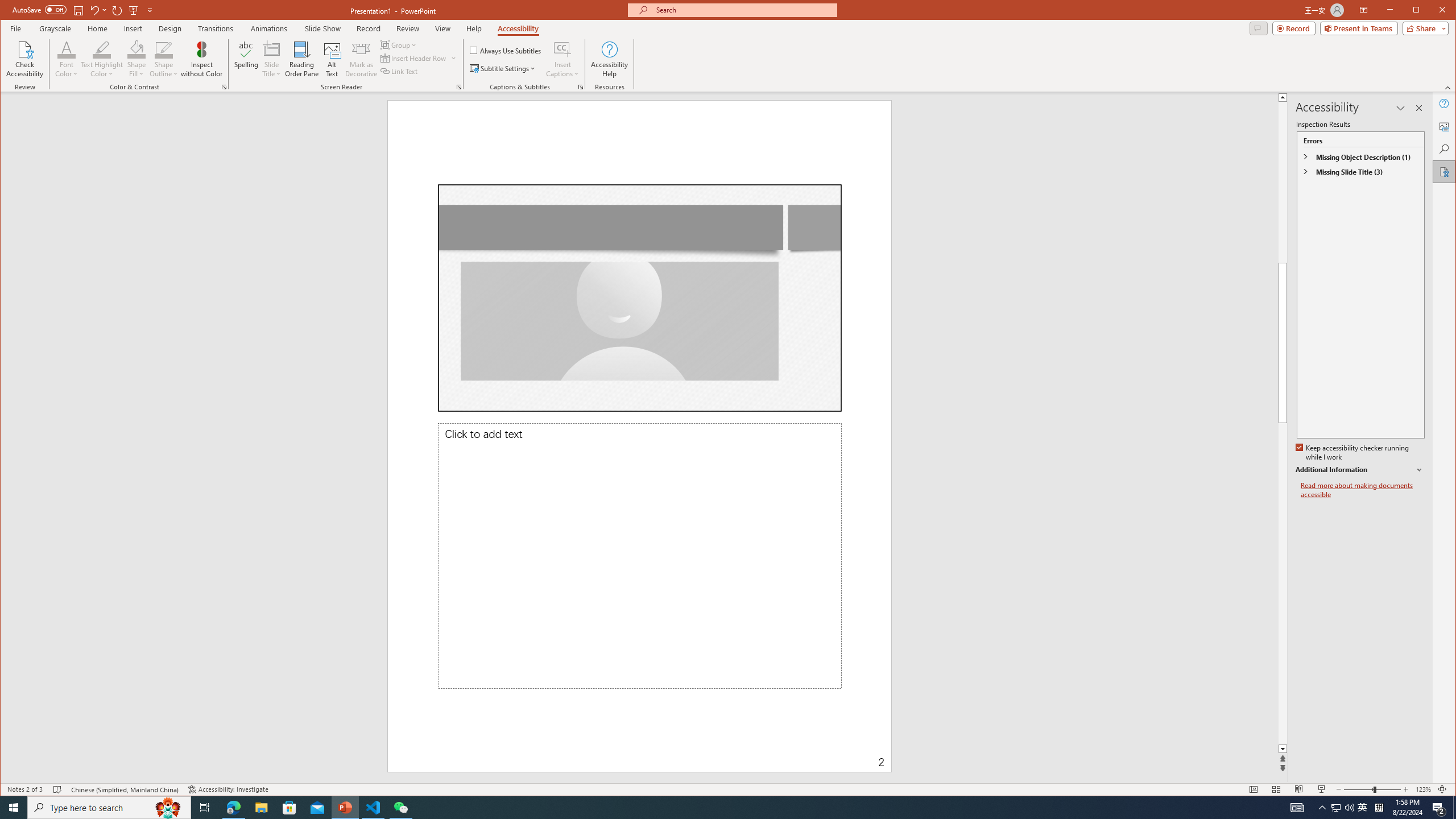  Describe the element at coordinates (1352, 453) in the screenshot. I see `'Keep accessibility checker running while I work'` at that location.